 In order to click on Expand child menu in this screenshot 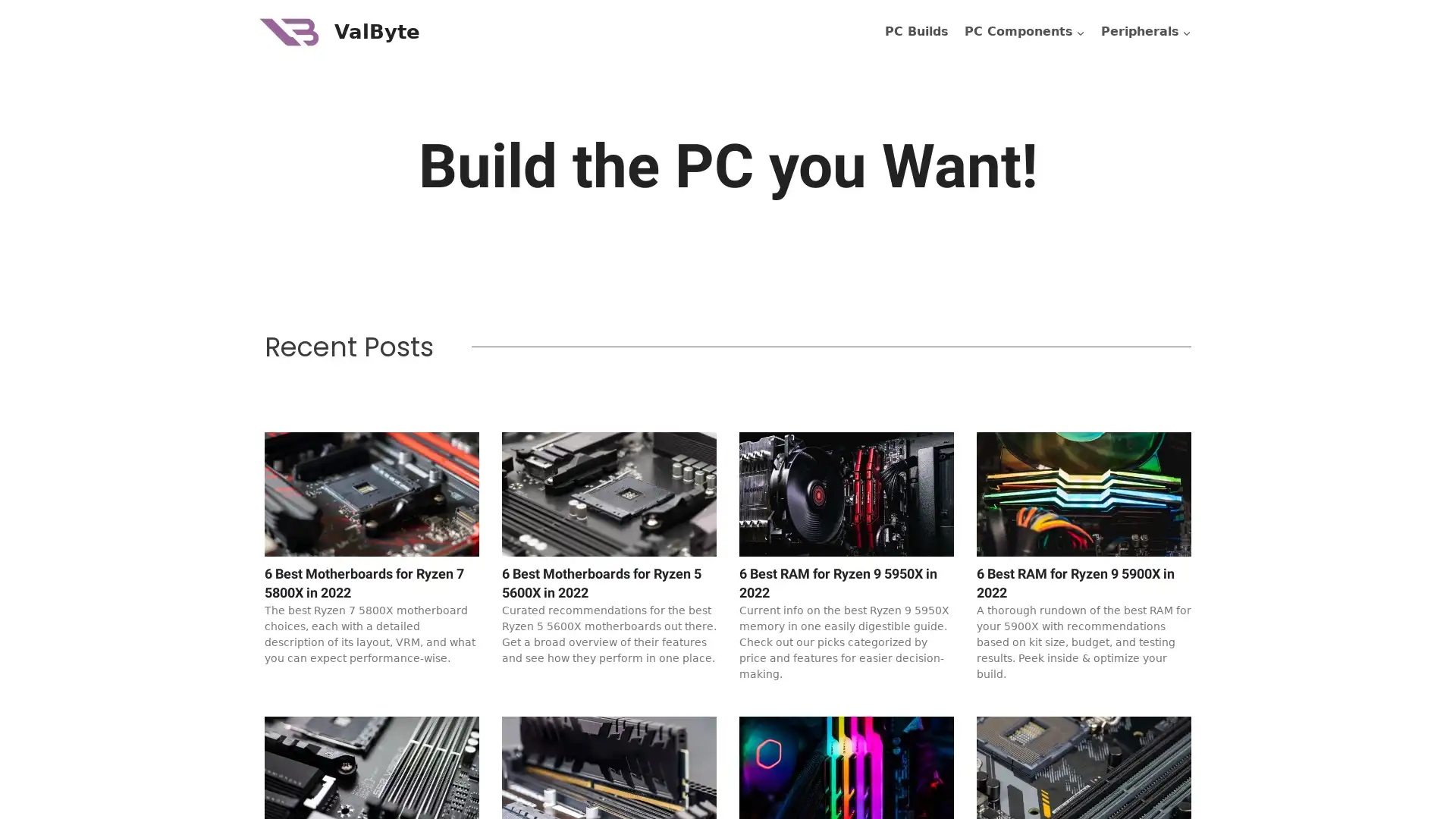, I will do `click(1146, 32)`.